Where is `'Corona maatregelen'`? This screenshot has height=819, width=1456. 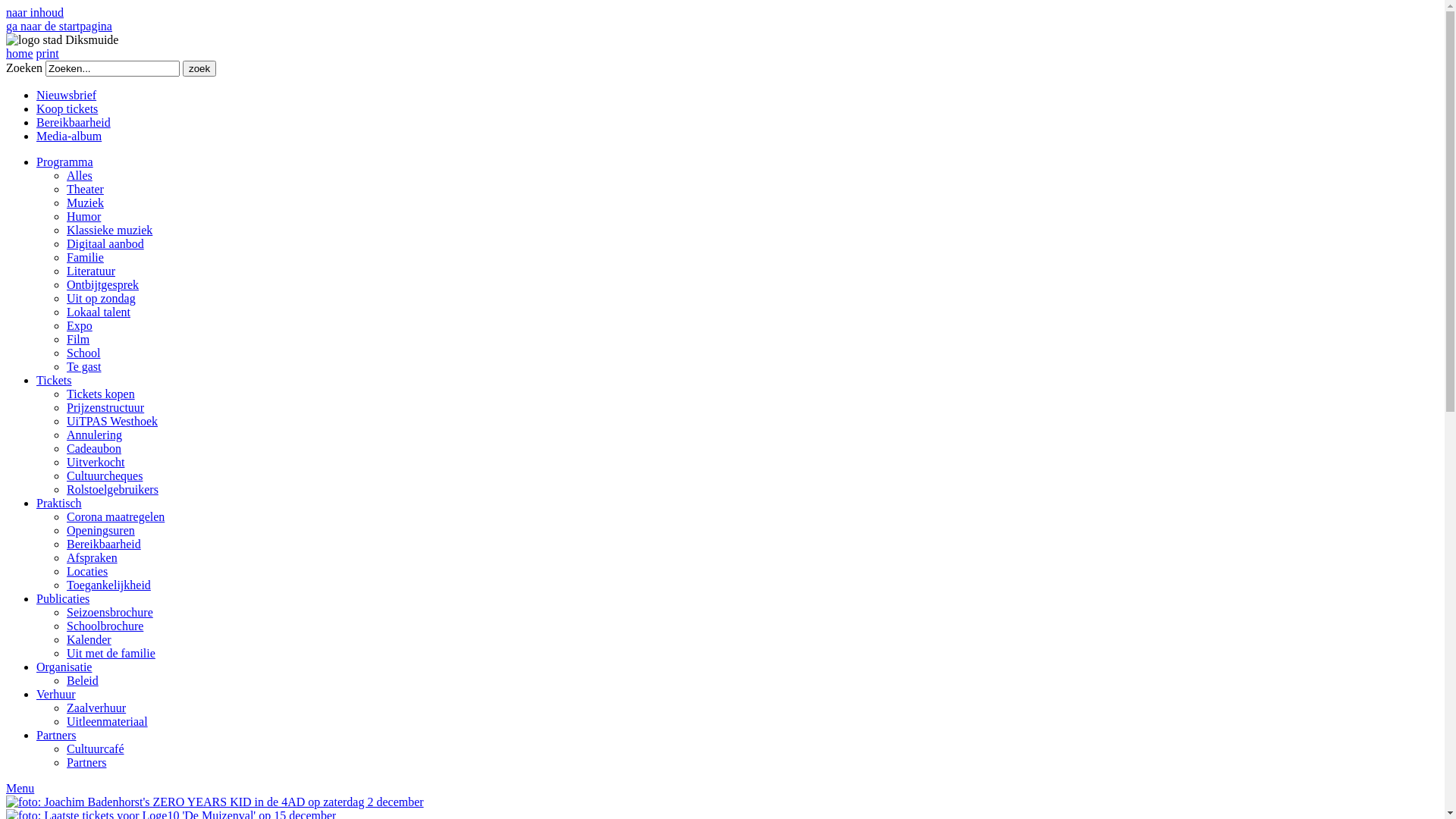 'Corona maatregelen' is located at coordinates (115, 516).